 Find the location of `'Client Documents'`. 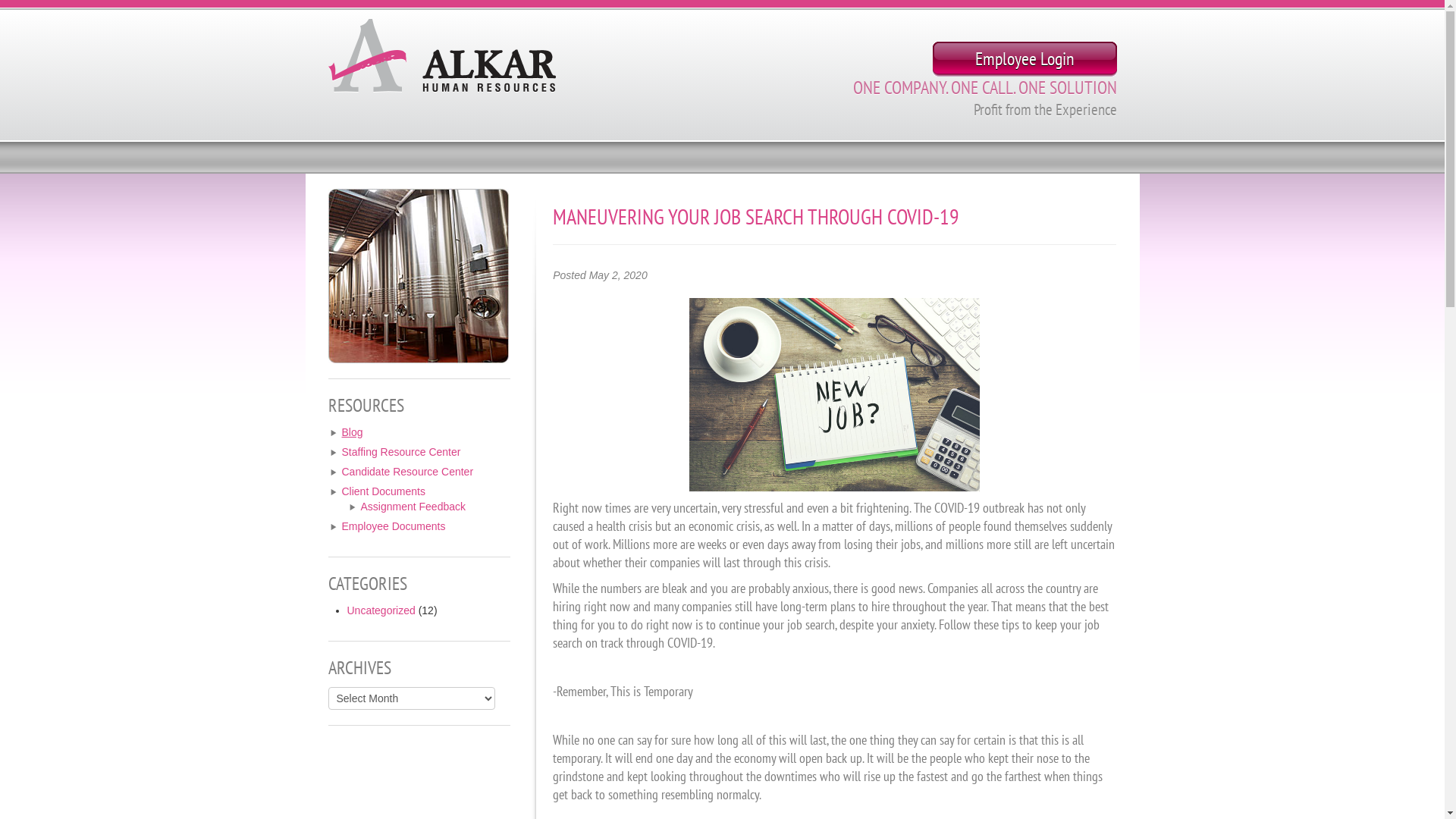

'Client Documents' is located at coordinates (383, 491).